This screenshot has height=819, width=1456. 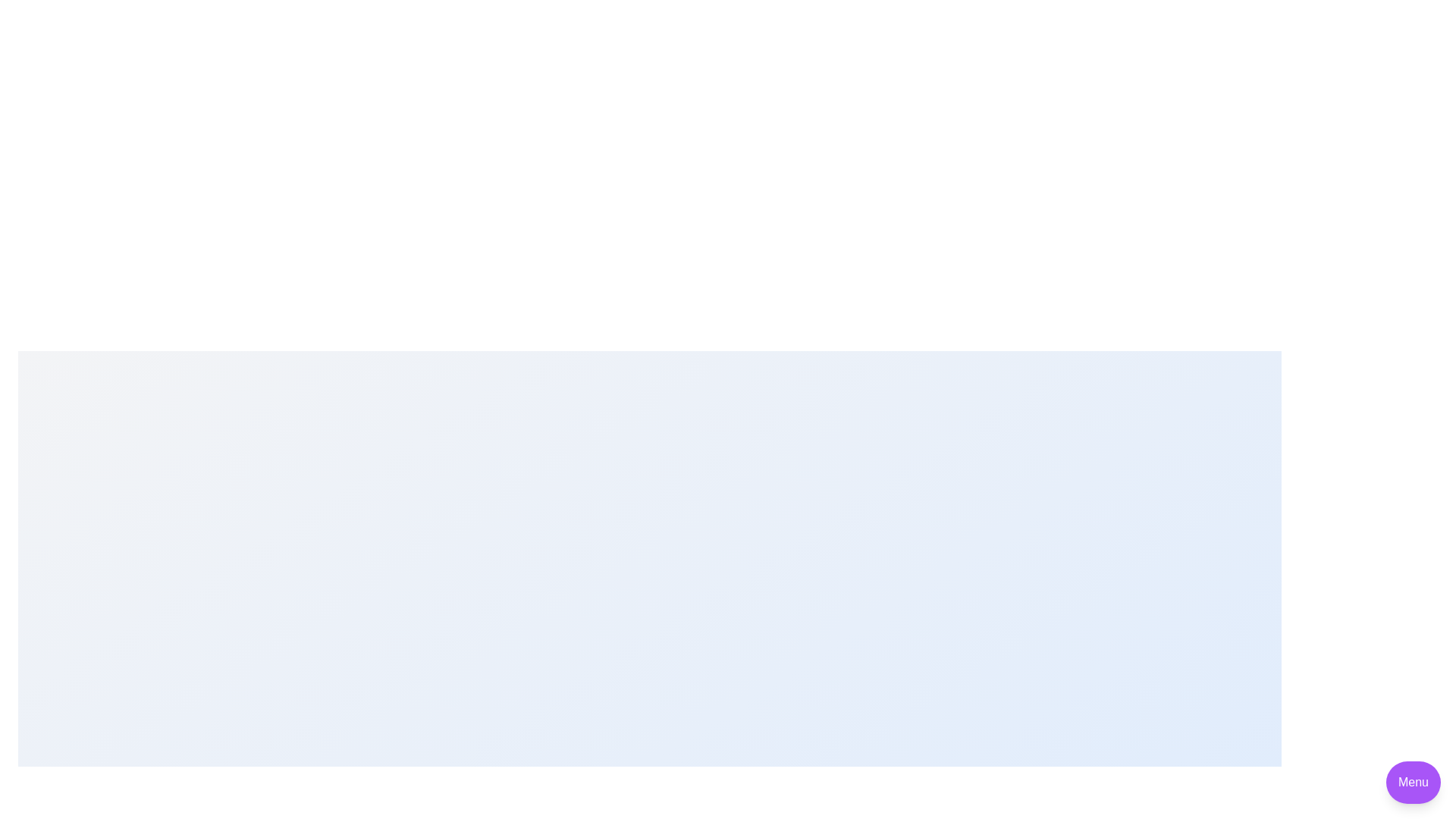 What do you see at coordinates (1412, 783) in the screenshot?
I see `the 'Menu' button to toggle the visibility of the speed dial menu` at bounding box center [1412, 783].